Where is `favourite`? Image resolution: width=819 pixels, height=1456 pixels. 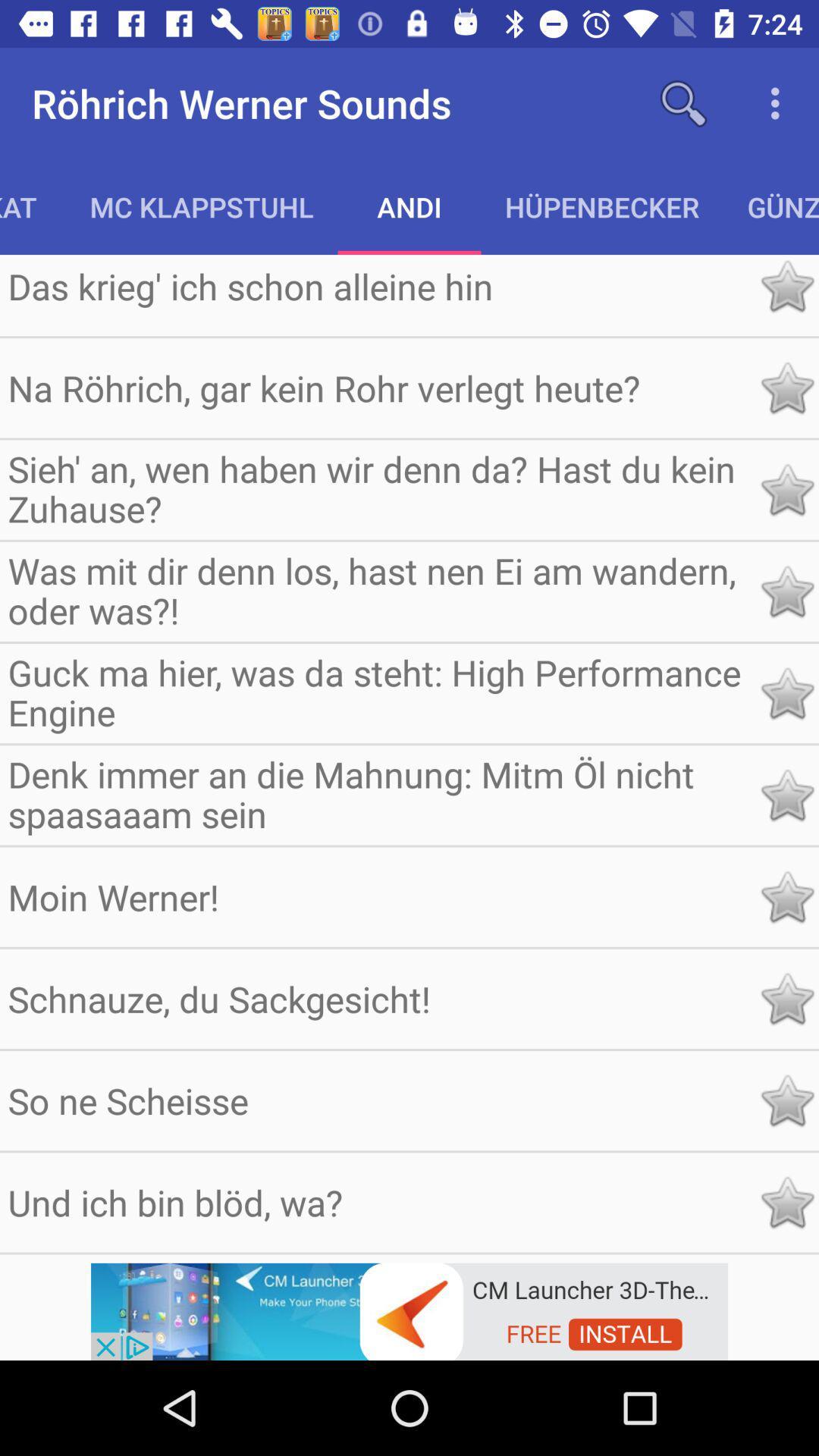 favourite is located at coordinates (786, 692).